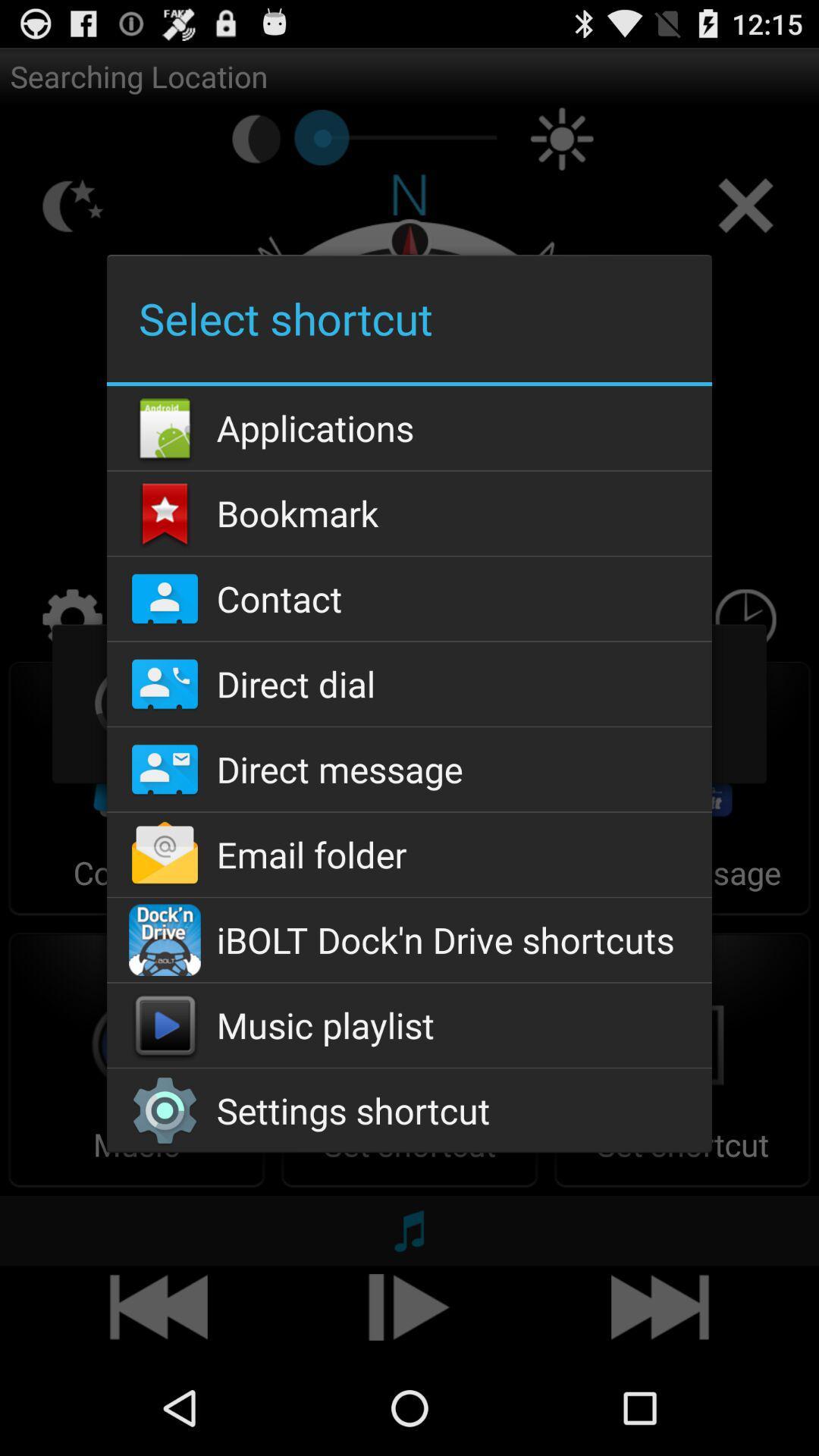 The height and width of the screenshot is (1456, 819). Describe the element at coordinates (409, 855) in the screenshot. I see `email folder icon` at that location.